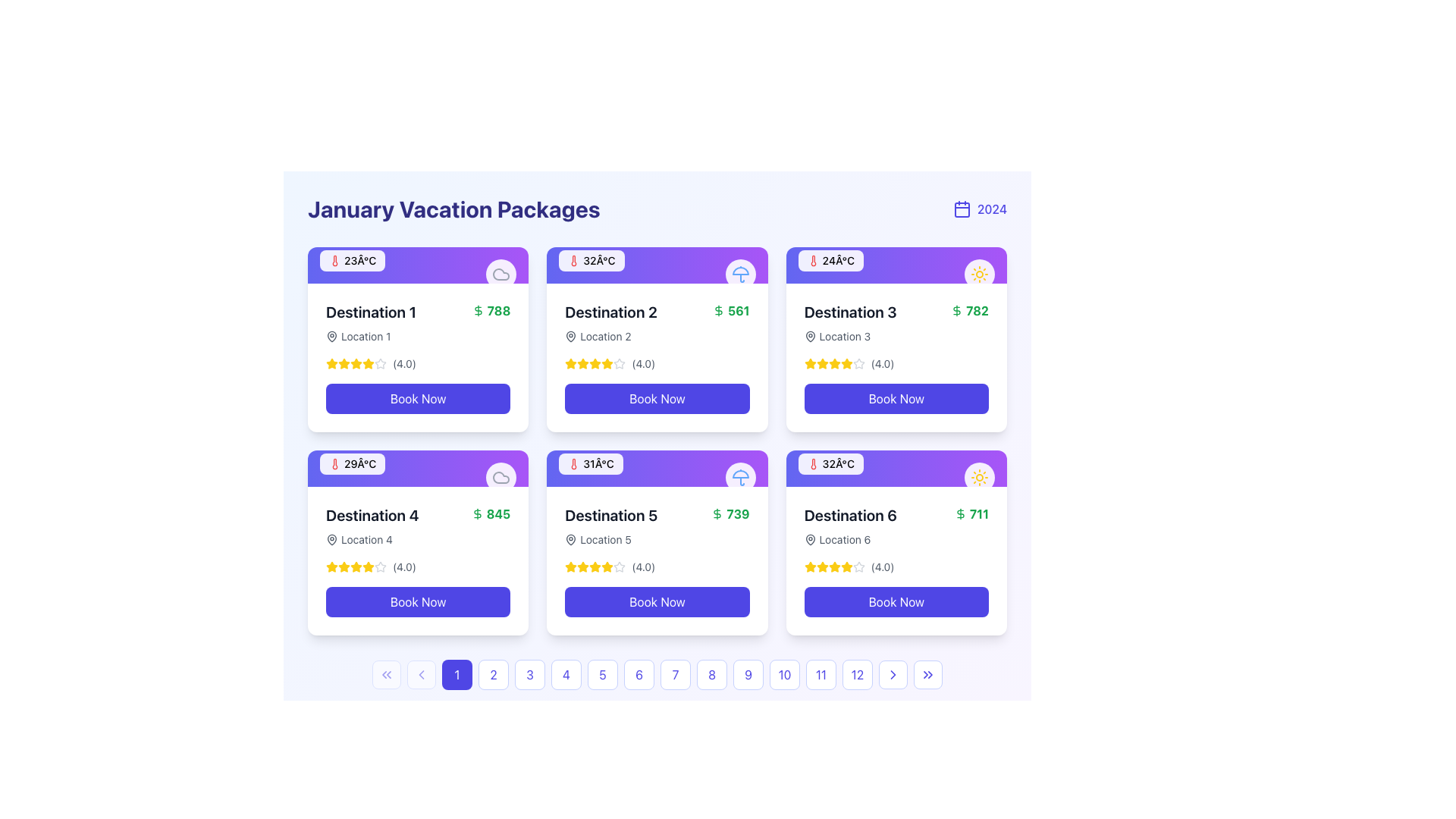  Describe the element at coordinates (498, 513) in the screenshot. I see `the price indicator text label for 'Destination 4', which is located below the temperature and icon section and above the 'Book Now' button` at that location.